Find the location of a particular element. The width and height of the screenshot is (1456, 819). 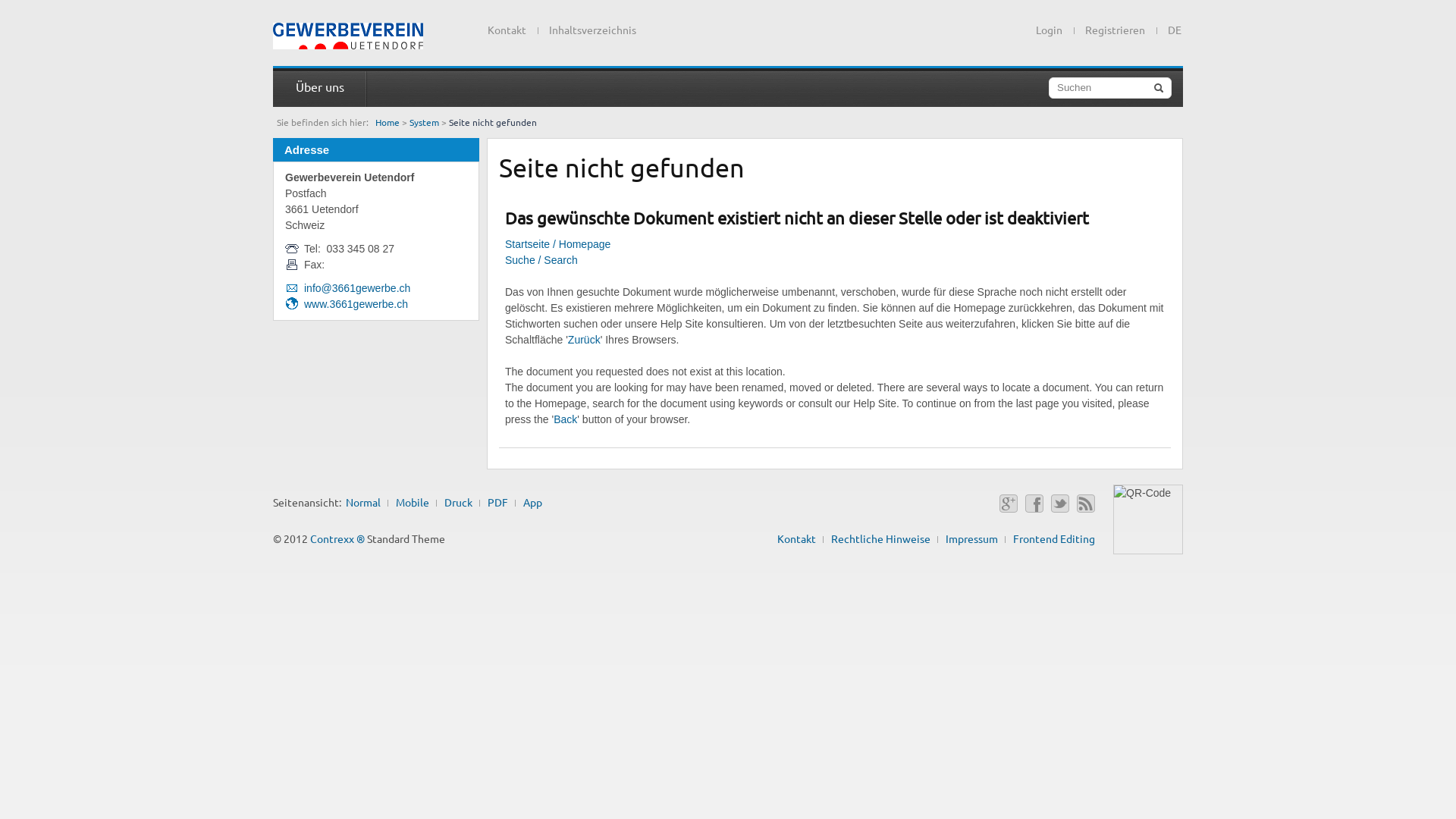

'PDF' is located at coordinates (488, 502).